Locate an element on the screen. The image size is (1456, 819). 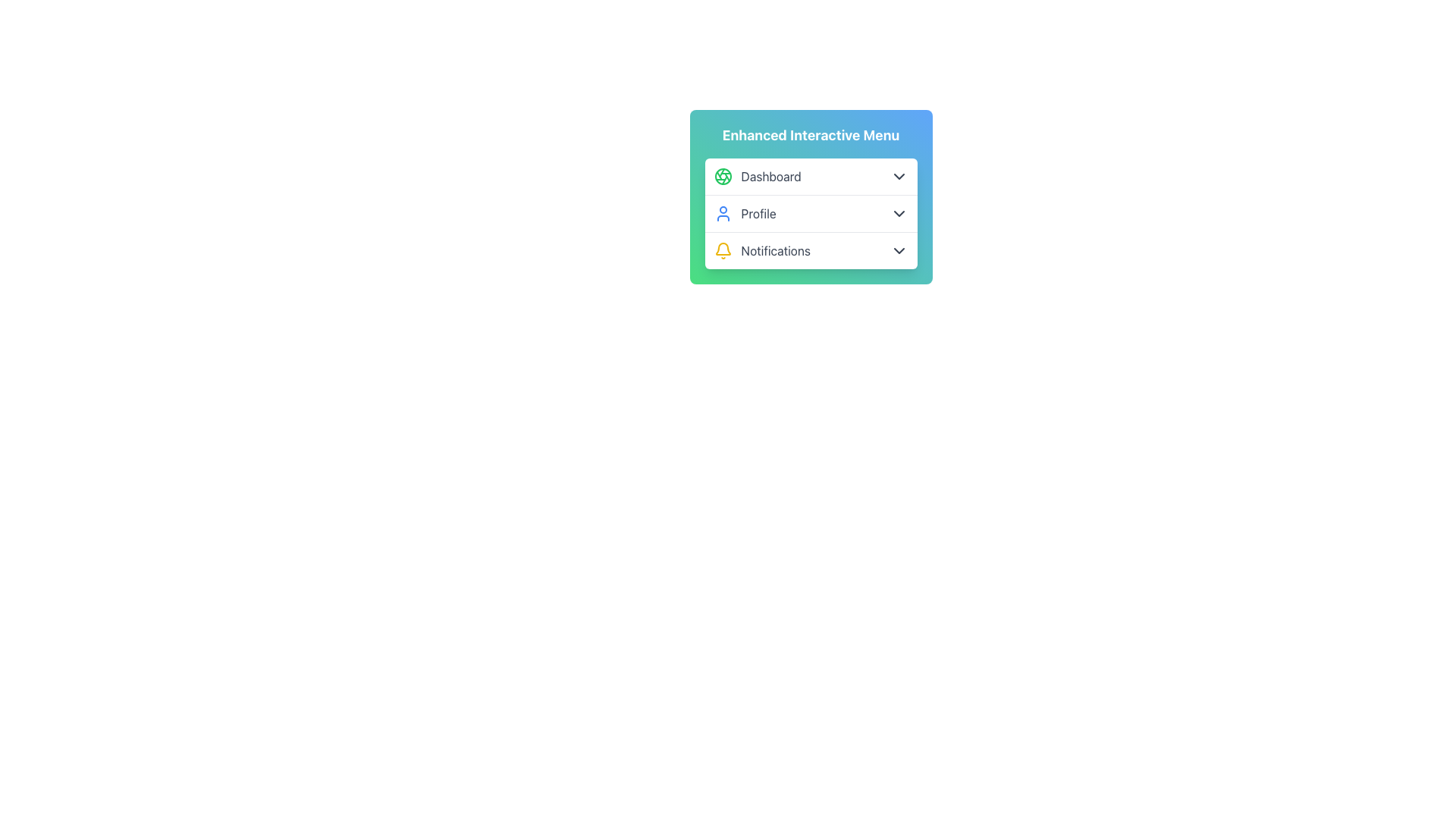
the downward-pointing chevron icon located at the top-right corner of the 'Profile' row in the vertical menu is located at coordinates (899, 213).